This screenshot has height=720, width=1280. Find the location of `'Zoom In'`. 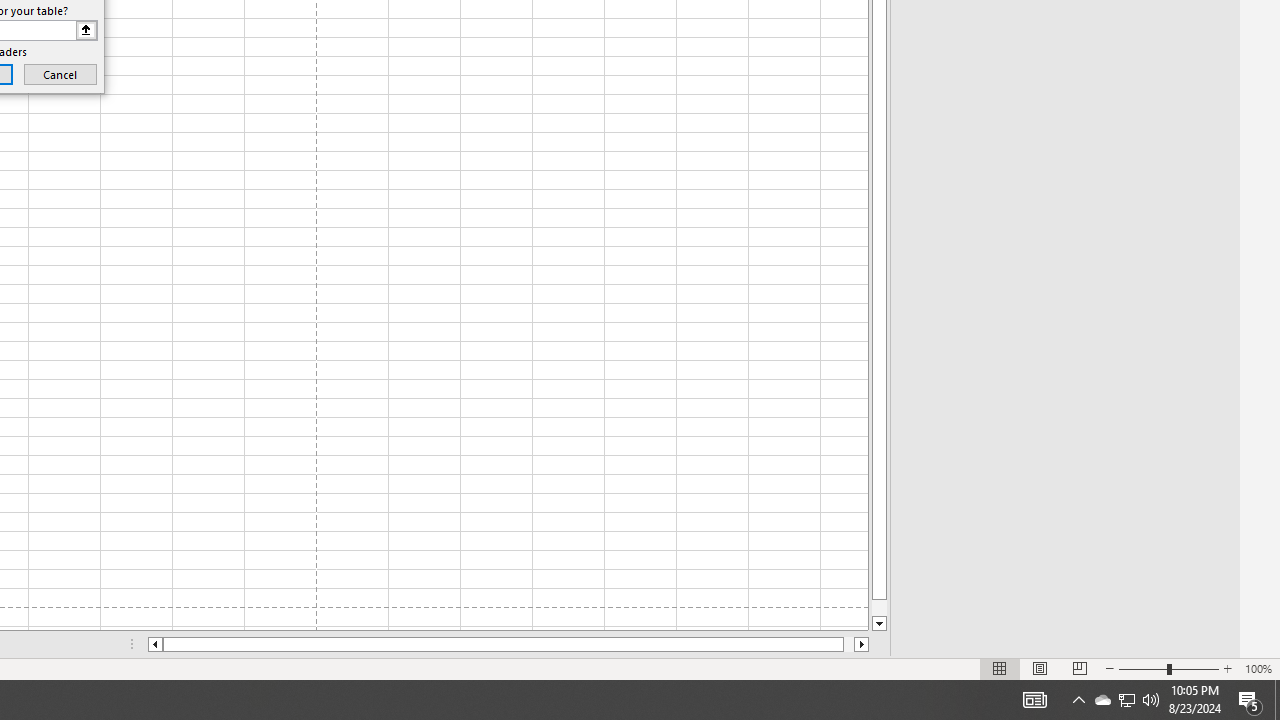

'Zoom In' is located at coordinates (1226, 669).